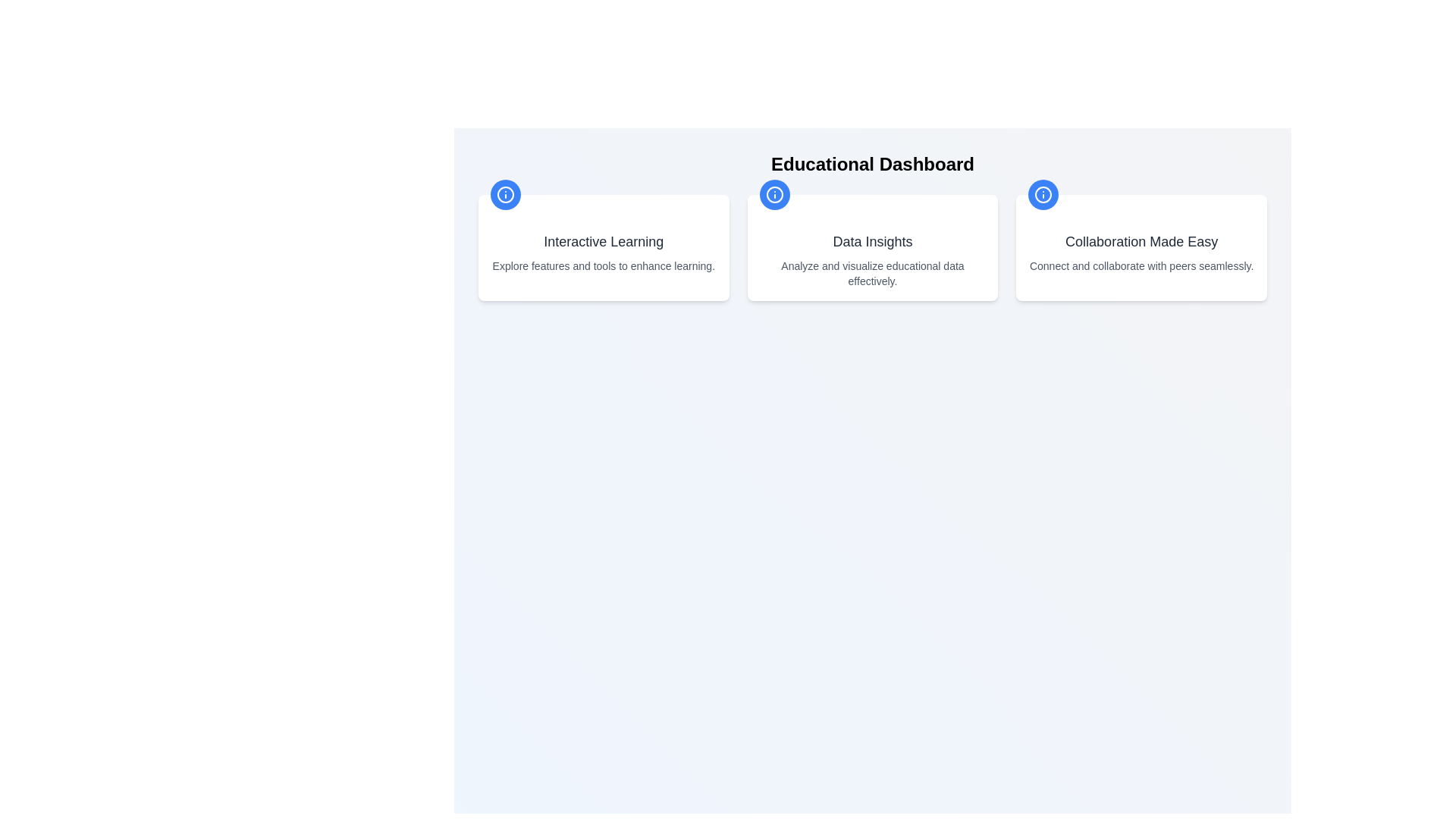  I want to click on the text snippet that reads 'Analyze and visualize educational data effectively,' which is styled in small gray font and located below the title 'Data Insights' within the card-like UI component, so click(873, 274).